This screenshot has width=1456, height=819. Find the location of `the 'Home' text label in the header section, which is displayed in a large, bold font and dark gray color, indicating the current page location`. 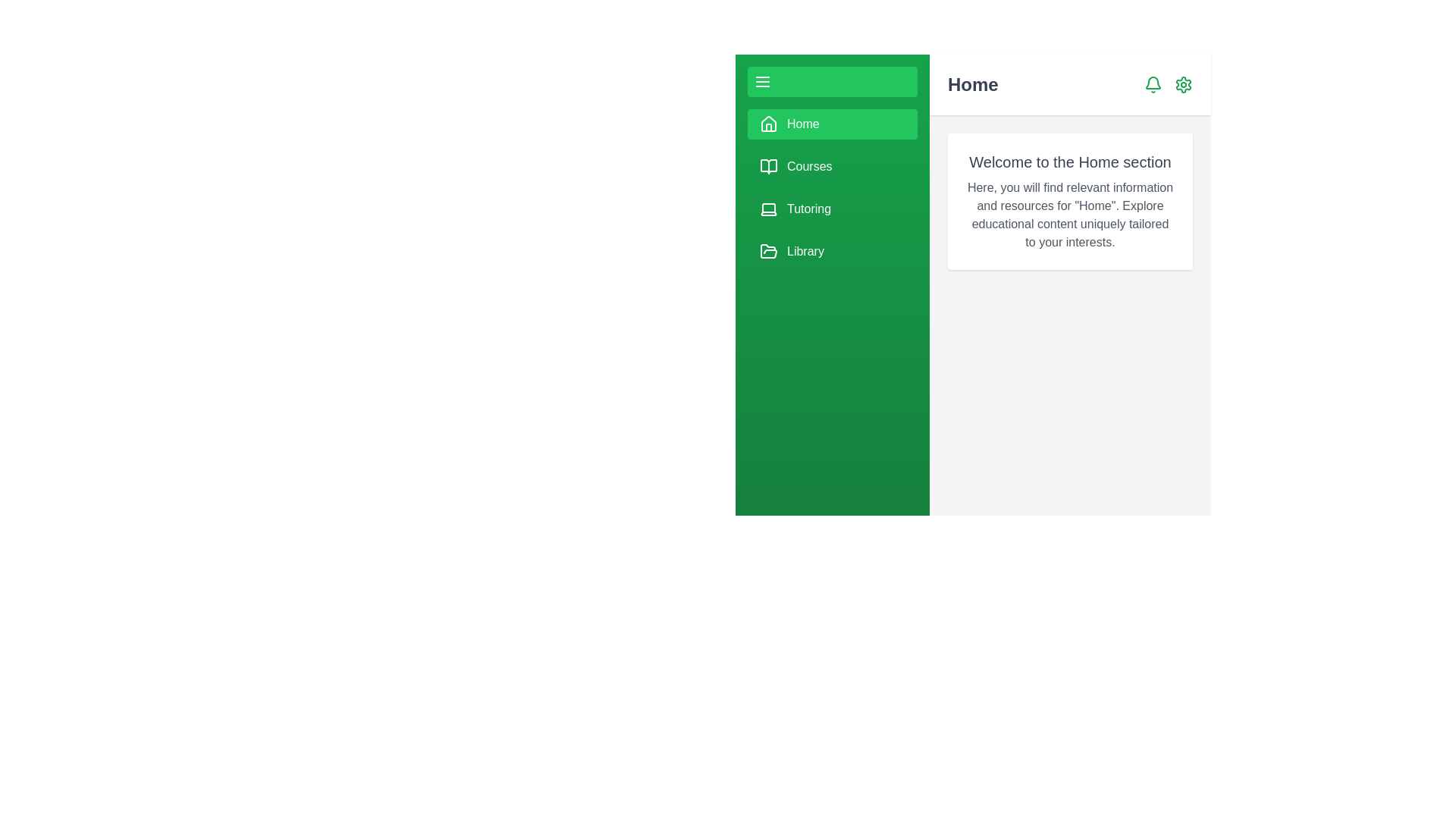

the 'Home' text label in the header section, which is displayed in a large, bold font and dark gray color, indicating the current page location is located at coordinates (973, 84).